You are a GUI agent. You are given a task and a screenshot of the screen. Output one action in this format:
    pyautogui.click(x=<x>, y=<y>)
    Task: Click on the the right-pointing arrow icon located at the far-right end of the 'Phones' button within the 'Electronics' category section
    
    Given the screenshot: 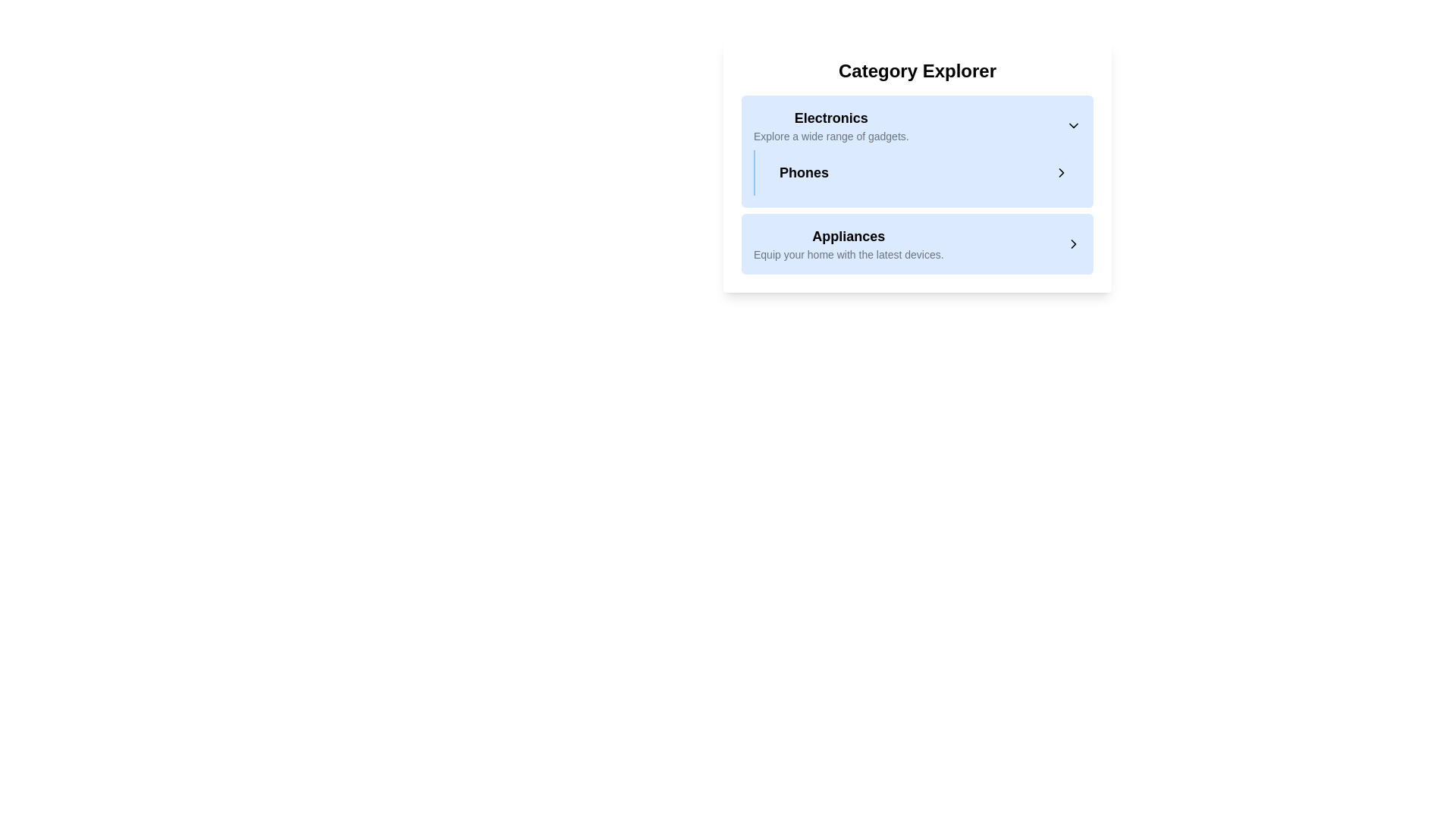 What is the action you would take?
    pyautogui.click(x=1061, y=171)
    